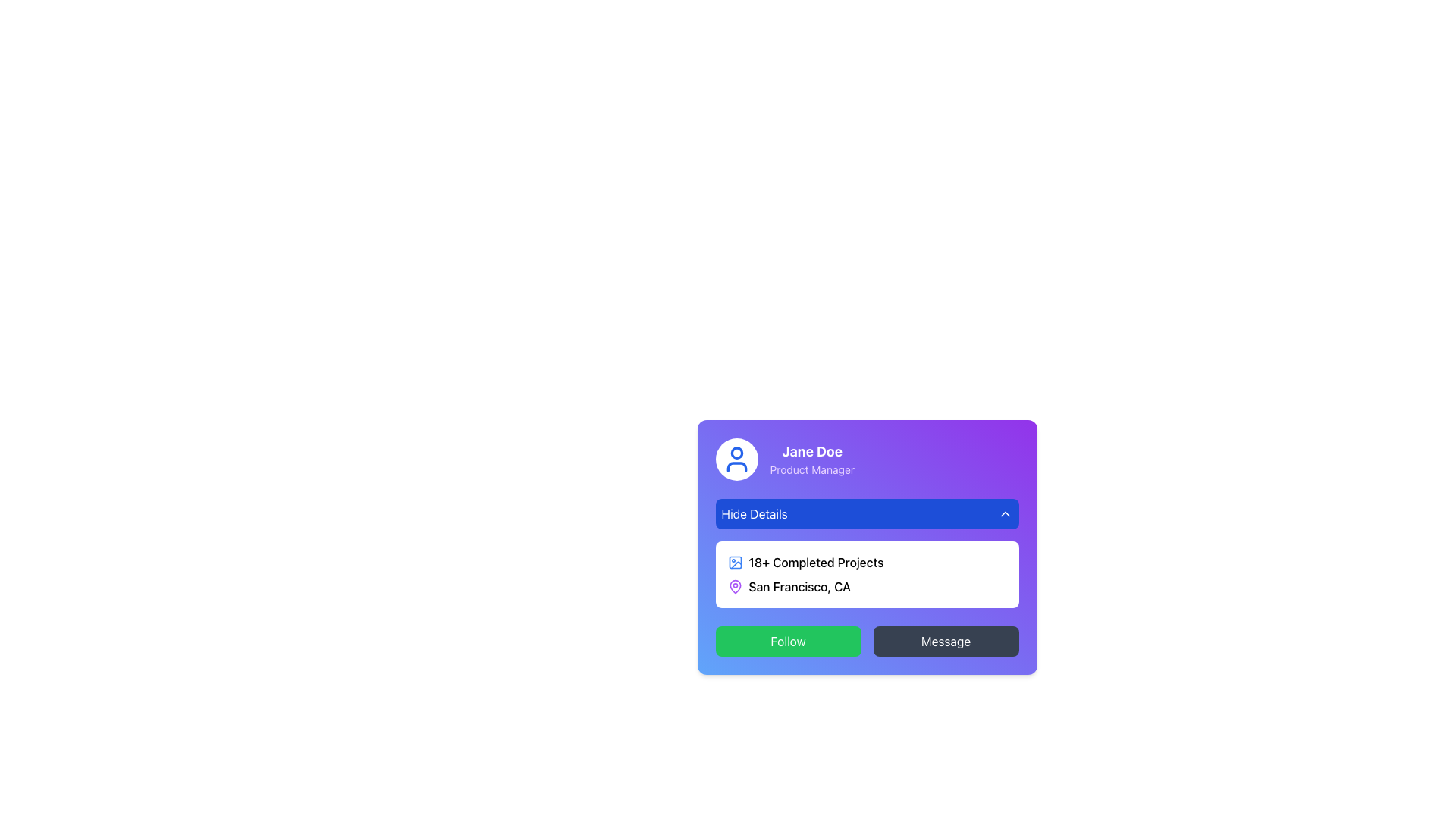 Image resolution: width=1456 pixels, height=819 pixels. I want to click on the static text label displaying 'Product Manager' which is located below 'Jane Doe' in a card-like component, so click(811, 469).